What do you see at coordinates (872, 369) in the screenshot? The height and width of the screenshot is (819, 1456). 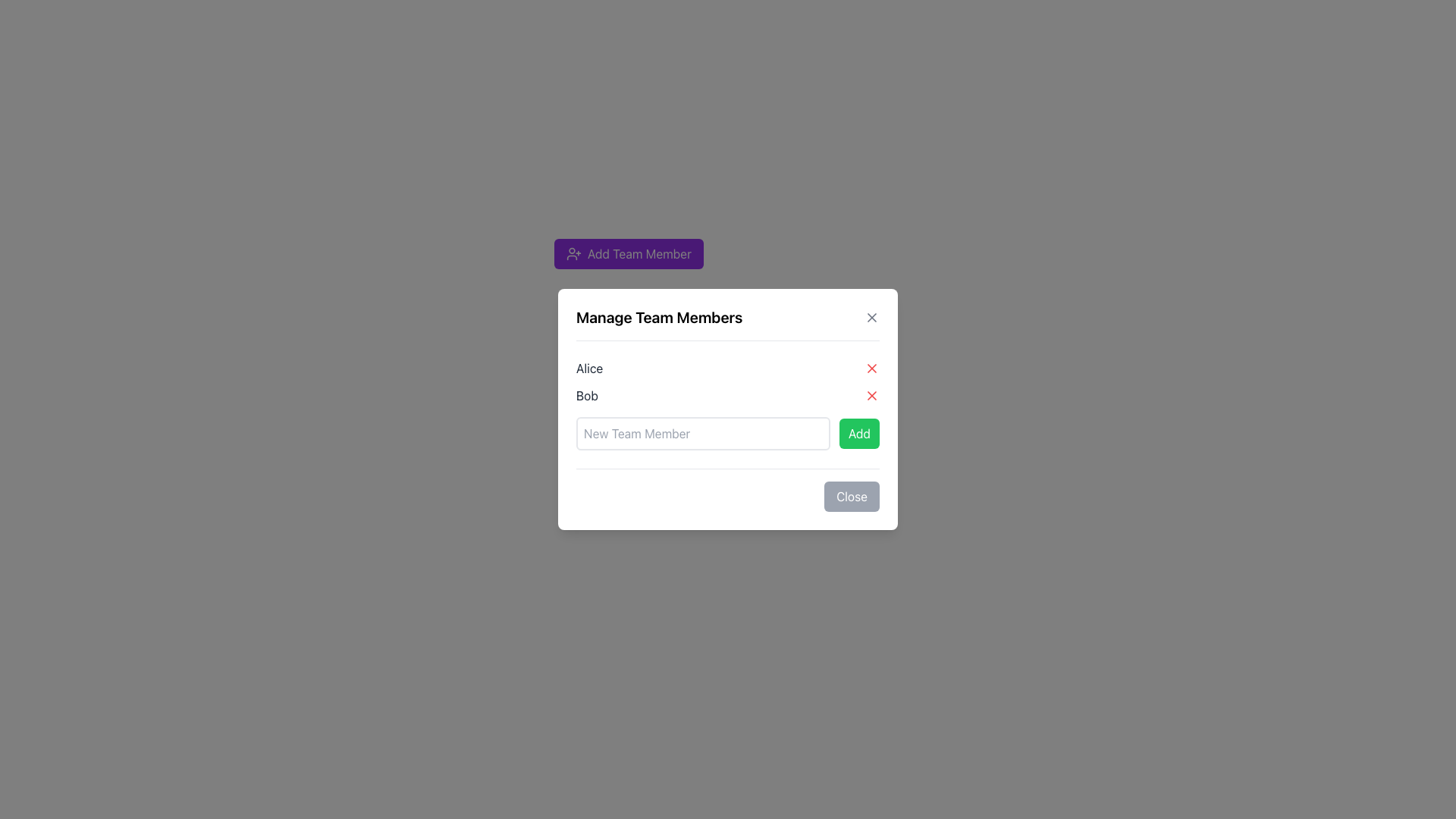 I see `the 'X' icon in the top-right corner of the modal window, which is part of the close button for the dialog box` at bounding box center [872, 369].